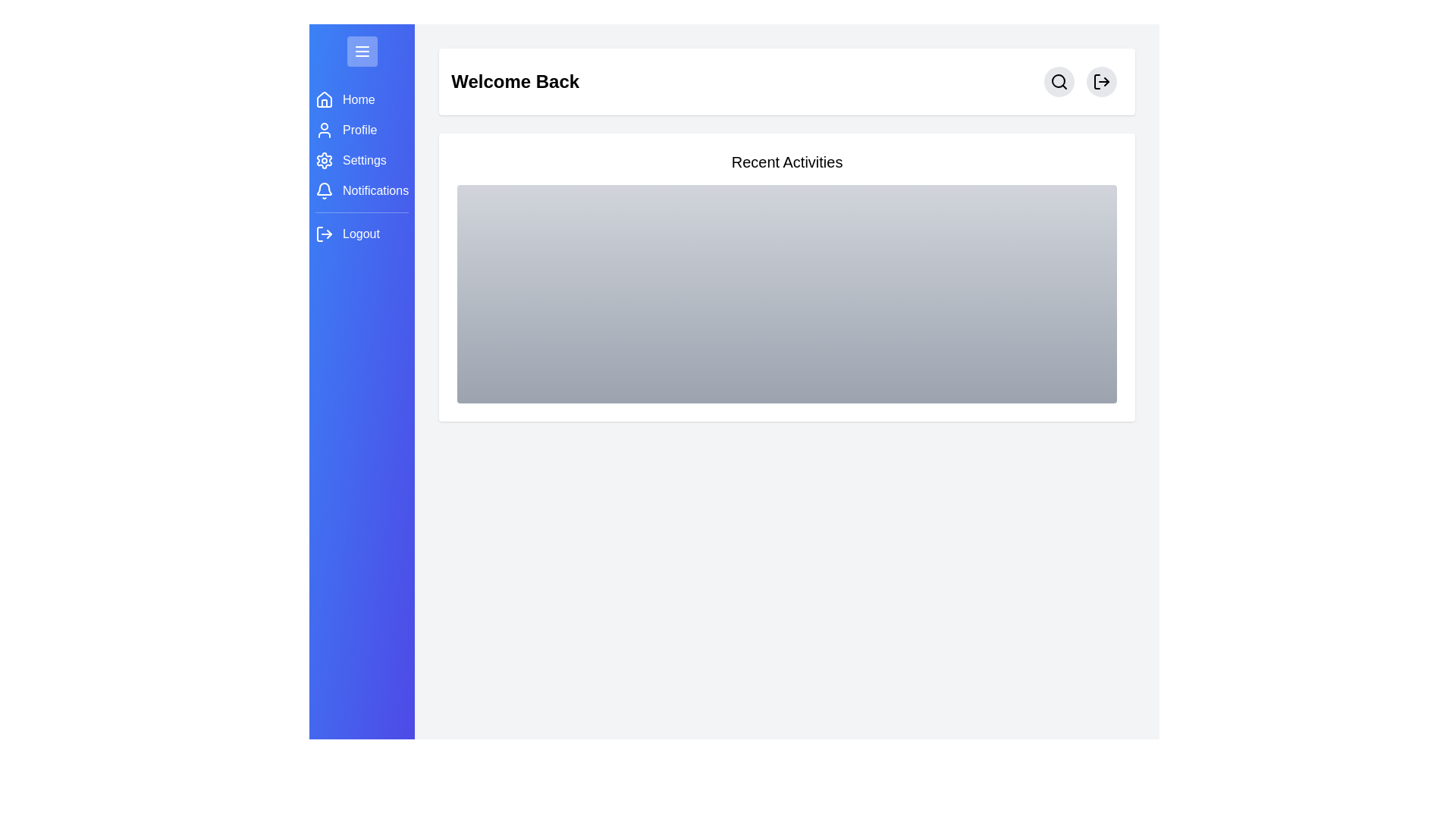  Describe the element at coordinates (361, 212) in the screenshot. I see `the menu items near the Indicator bar located below 'Notifications' and above 'Logout' in the sidebar navigation` at that location.